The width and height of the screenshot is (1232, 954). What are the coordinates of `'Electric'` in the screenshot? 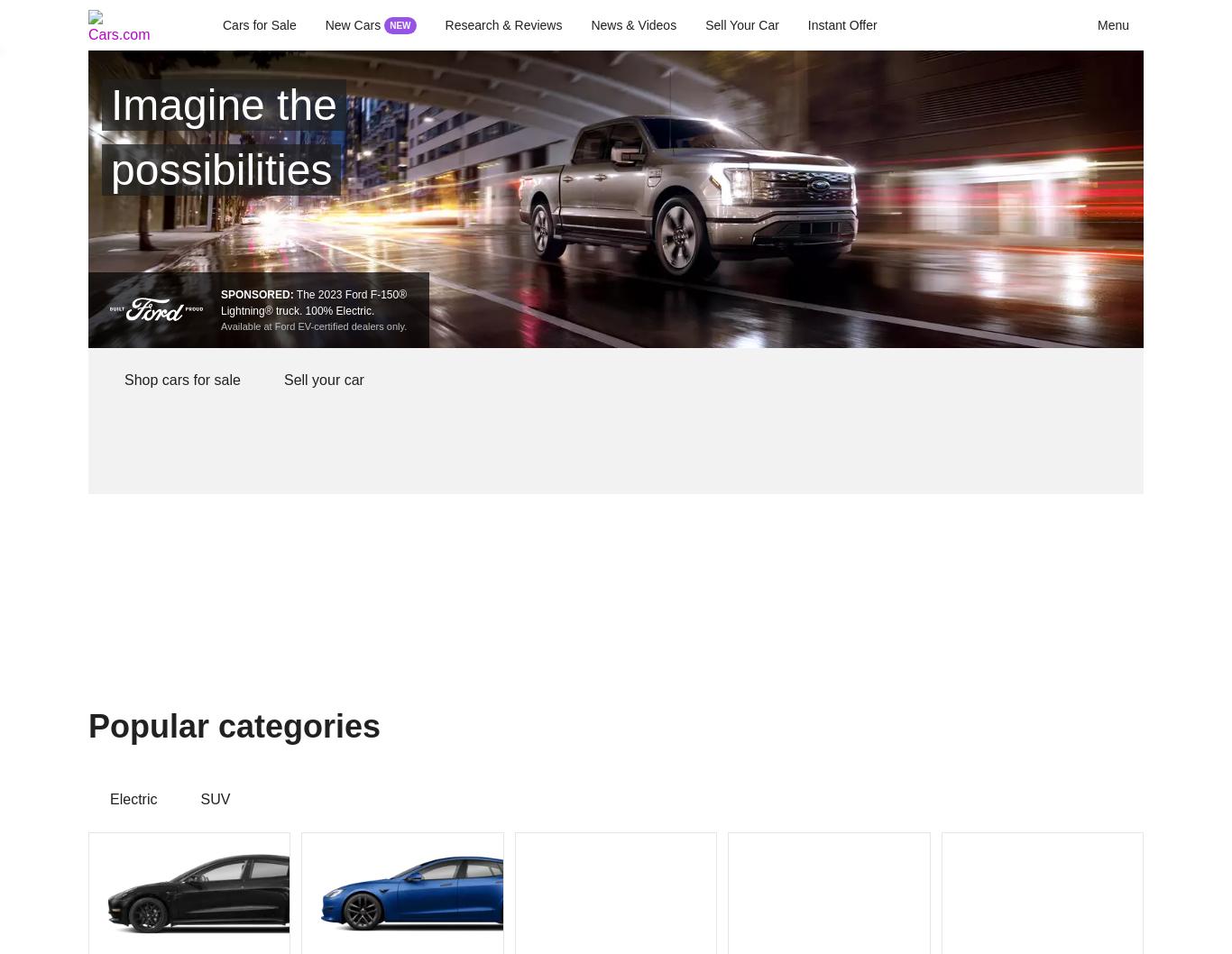 It's located at (132, 799).